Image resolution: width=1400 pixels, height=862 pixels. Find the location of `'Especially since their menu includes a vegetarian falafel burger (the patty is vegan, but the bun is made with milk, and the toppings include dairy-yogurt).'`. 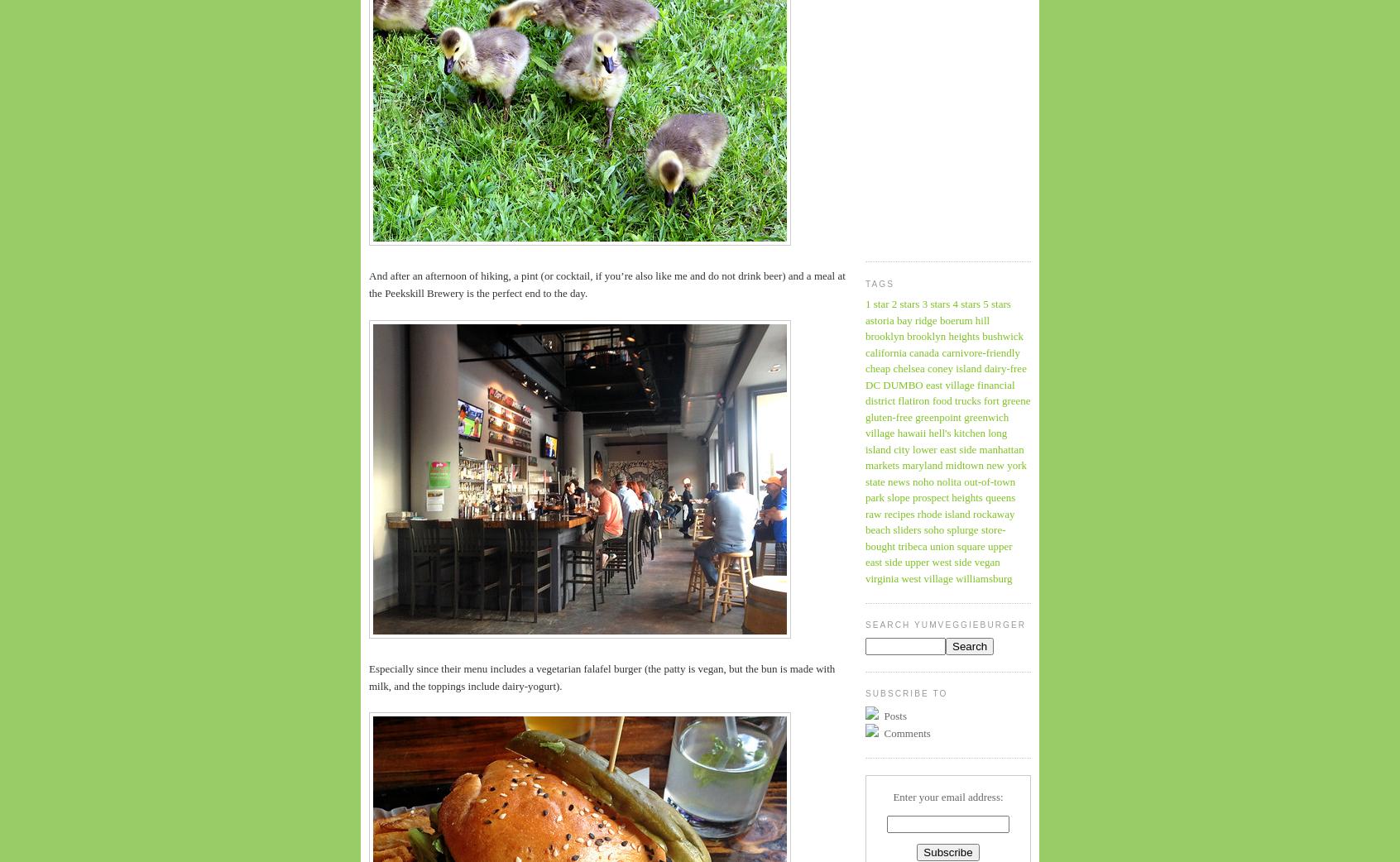

'Especially since their menu includes a vegetarian falafel burger (the patty is vegan, but the bun is made with milk, and the toppings include dairy-yogurt).' is located at coordinates (601, 677).